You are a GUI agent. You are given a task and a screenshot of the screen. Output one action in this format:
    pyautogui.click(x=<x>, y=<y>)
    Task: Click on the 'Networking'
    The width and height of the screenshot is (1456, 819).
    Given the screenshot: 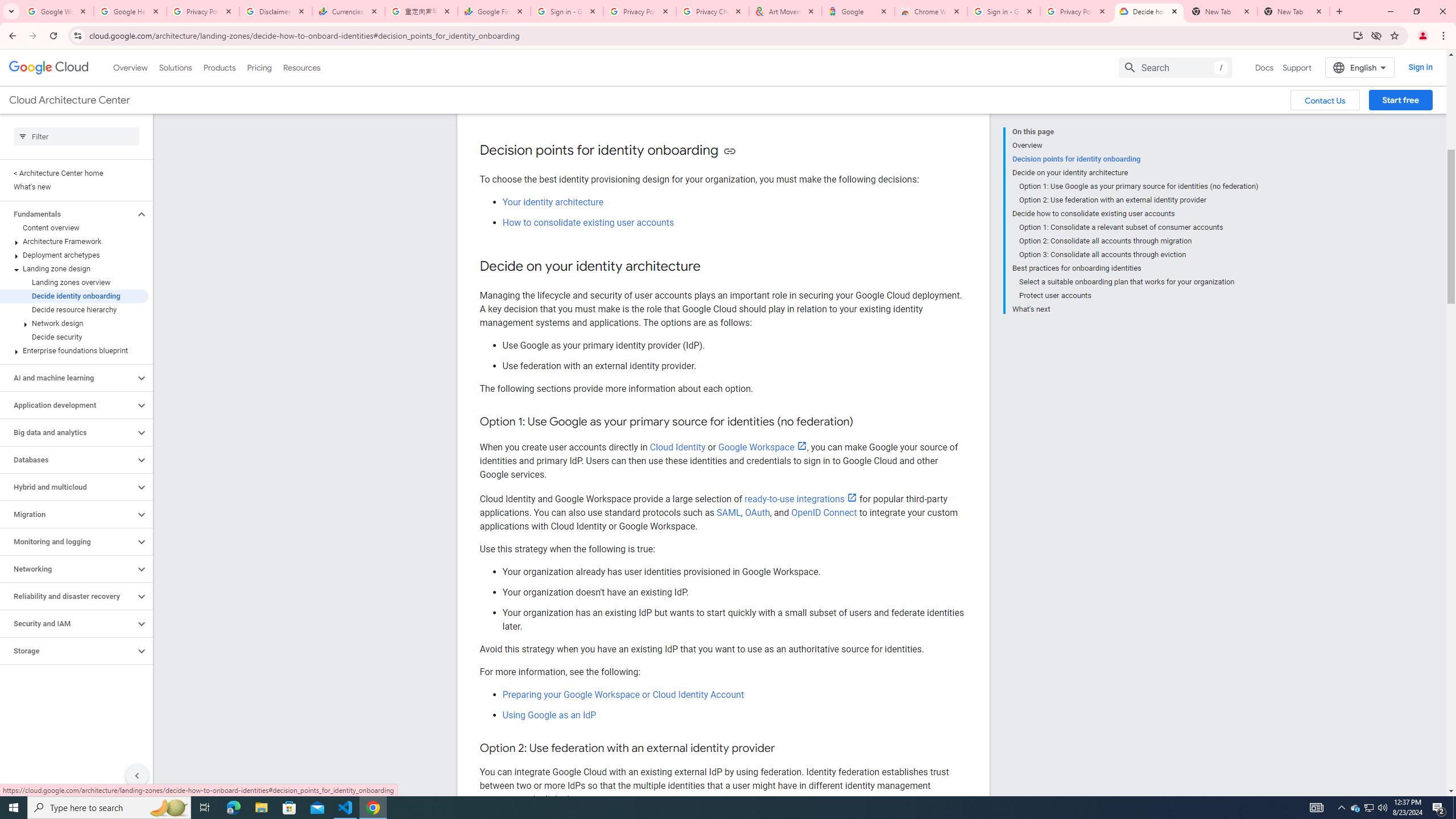 What is the action you would take?
    pyautogui.click(x=67, y=568)
    